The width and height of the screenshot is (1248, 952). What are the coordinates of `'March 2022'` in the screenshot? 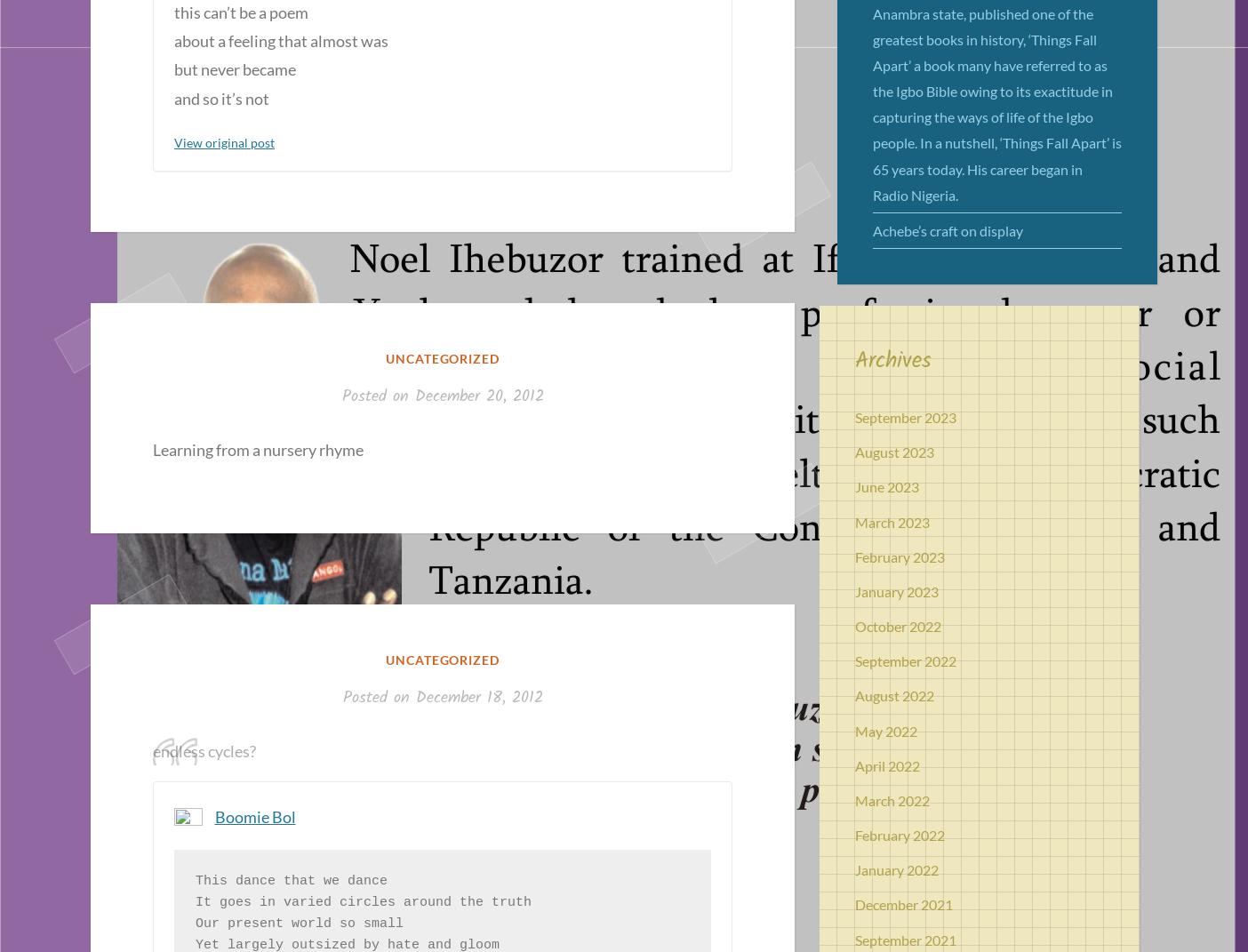 It's located at (892, 799).